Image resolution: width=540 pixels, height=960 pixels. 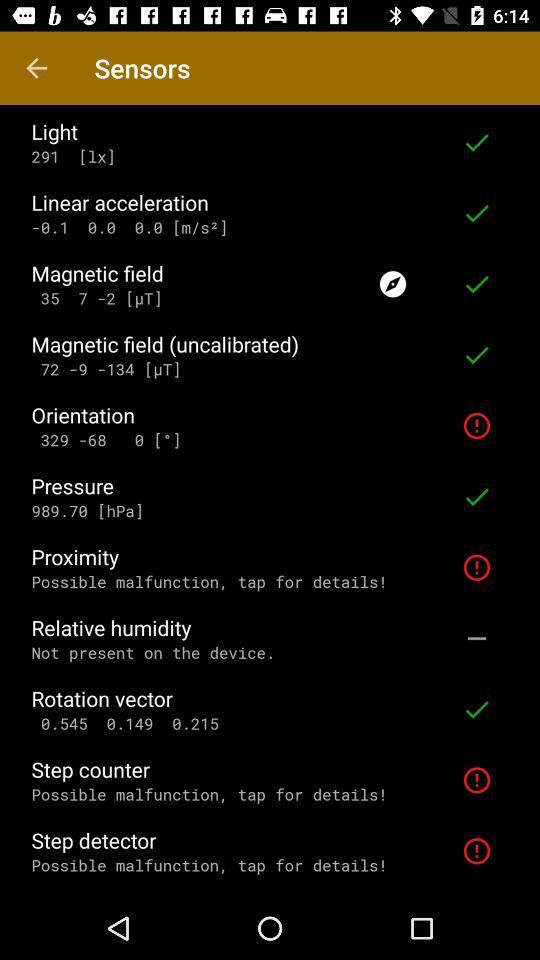 I want to click on item above light, so click(x=36, y=68).